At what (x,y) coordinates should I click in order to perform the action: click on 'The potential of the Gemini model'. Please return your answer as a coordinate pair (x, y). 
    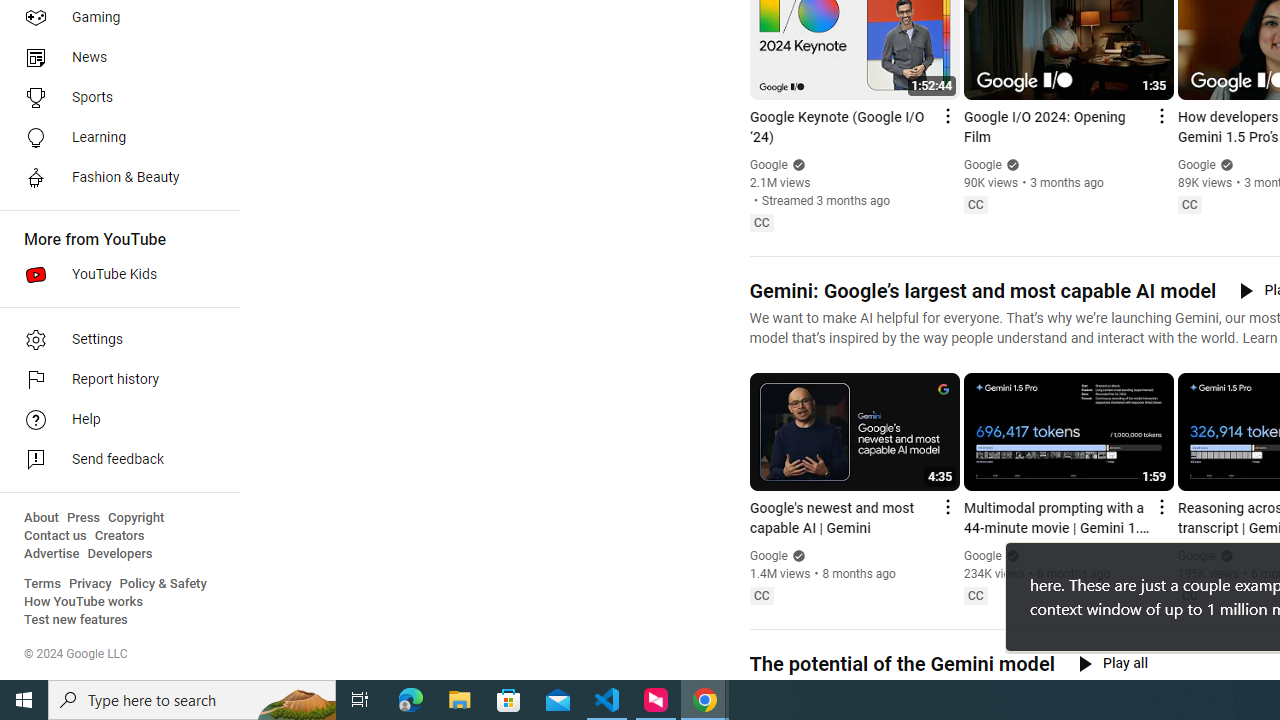
    Looking at the image, I should click on (900, 664).